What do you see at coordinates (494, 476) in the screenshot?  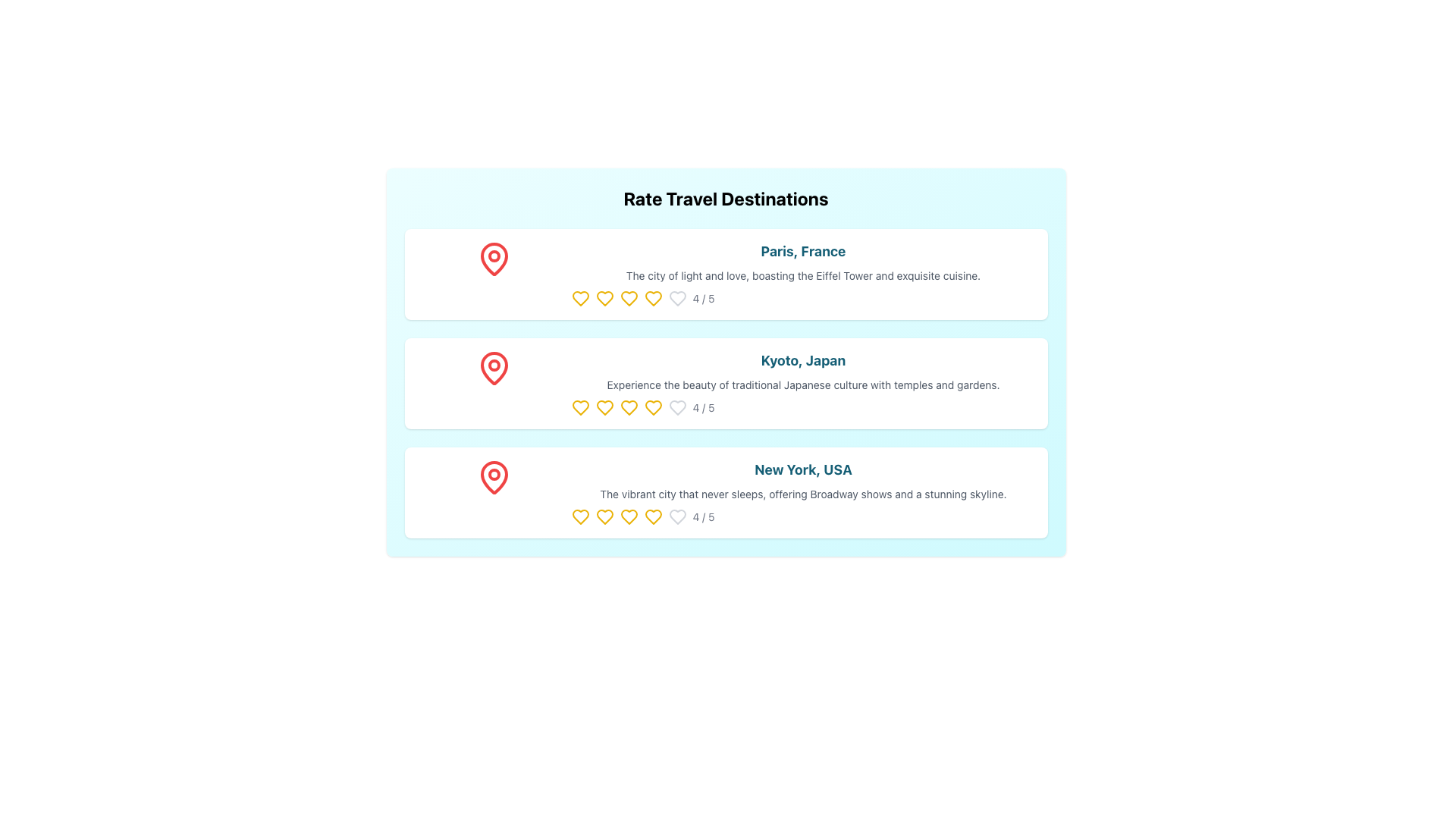 I see `the red map pin icon representing the first travel destination in the last section for 'New York, USA'` at bounding box center [494, 476].